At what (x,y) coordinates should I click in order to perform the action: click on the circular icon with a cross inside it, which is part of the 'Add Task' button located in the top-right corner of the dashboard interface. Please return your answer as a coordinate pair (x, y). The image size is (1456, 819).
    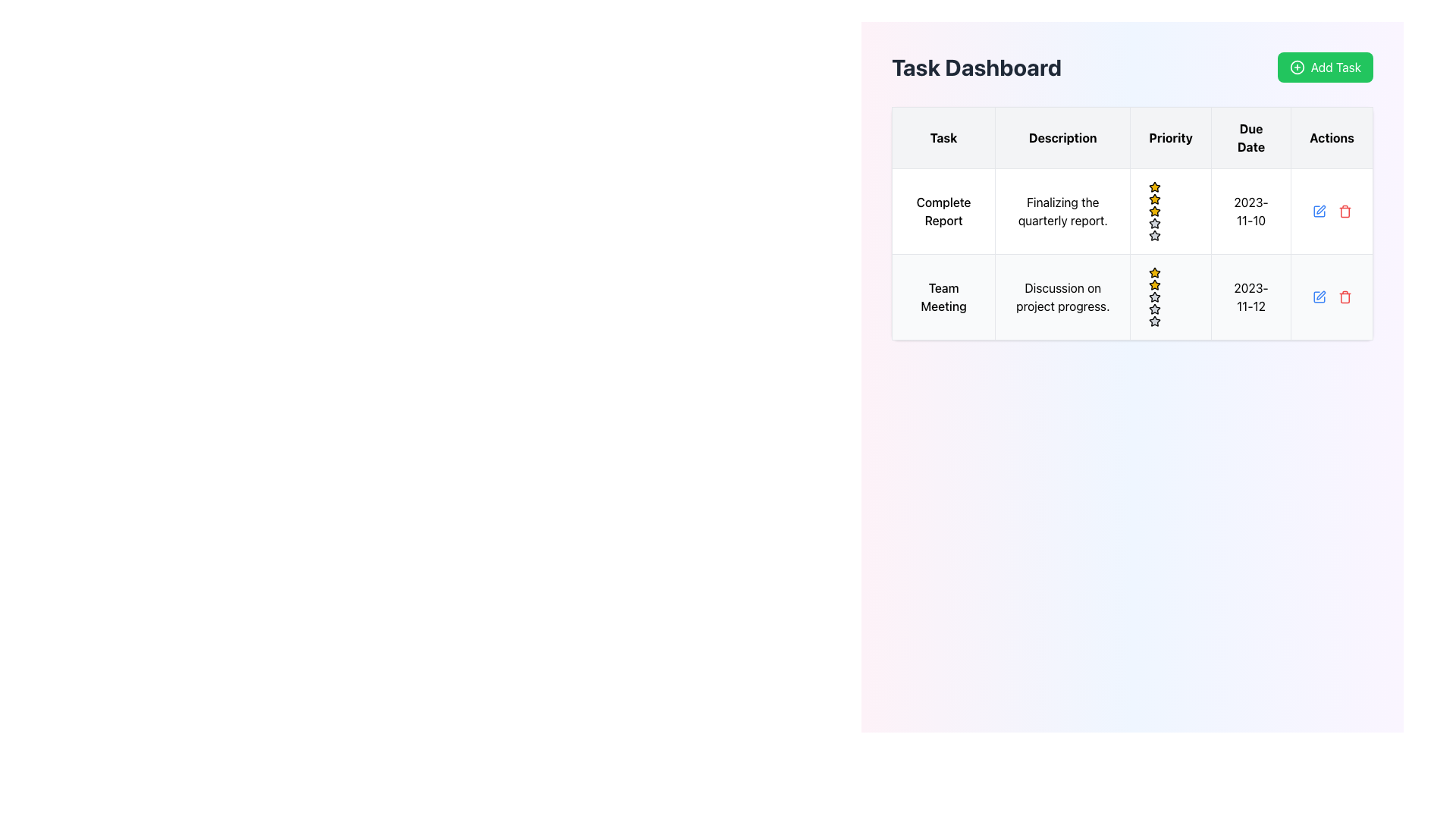
    Looking at the image, I should click on (1296, 66).